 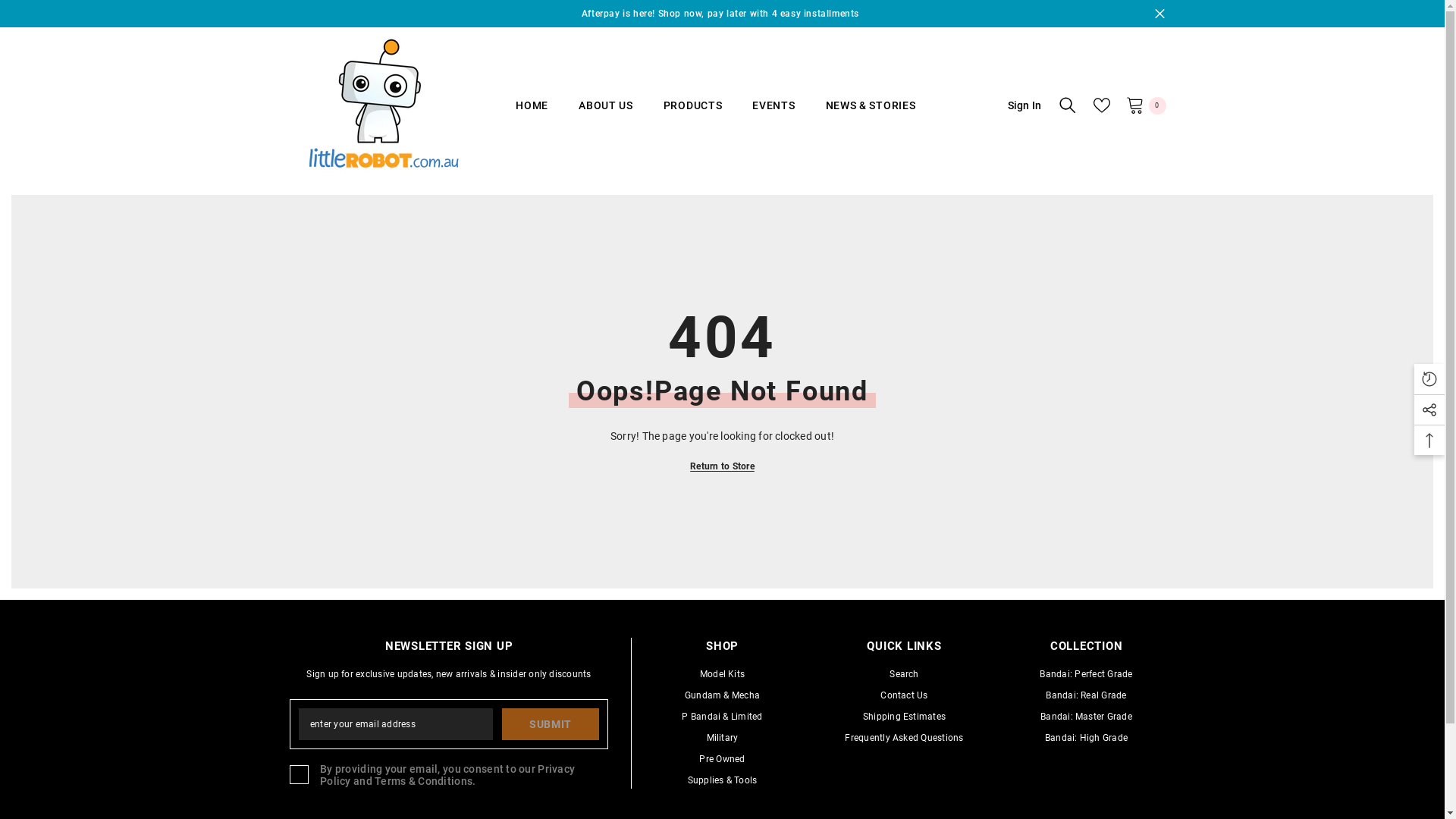 What do you see at coordinates (720, 759) in the screenshot?
I see `'Pre Owned'` at bounding box center [720, 759].